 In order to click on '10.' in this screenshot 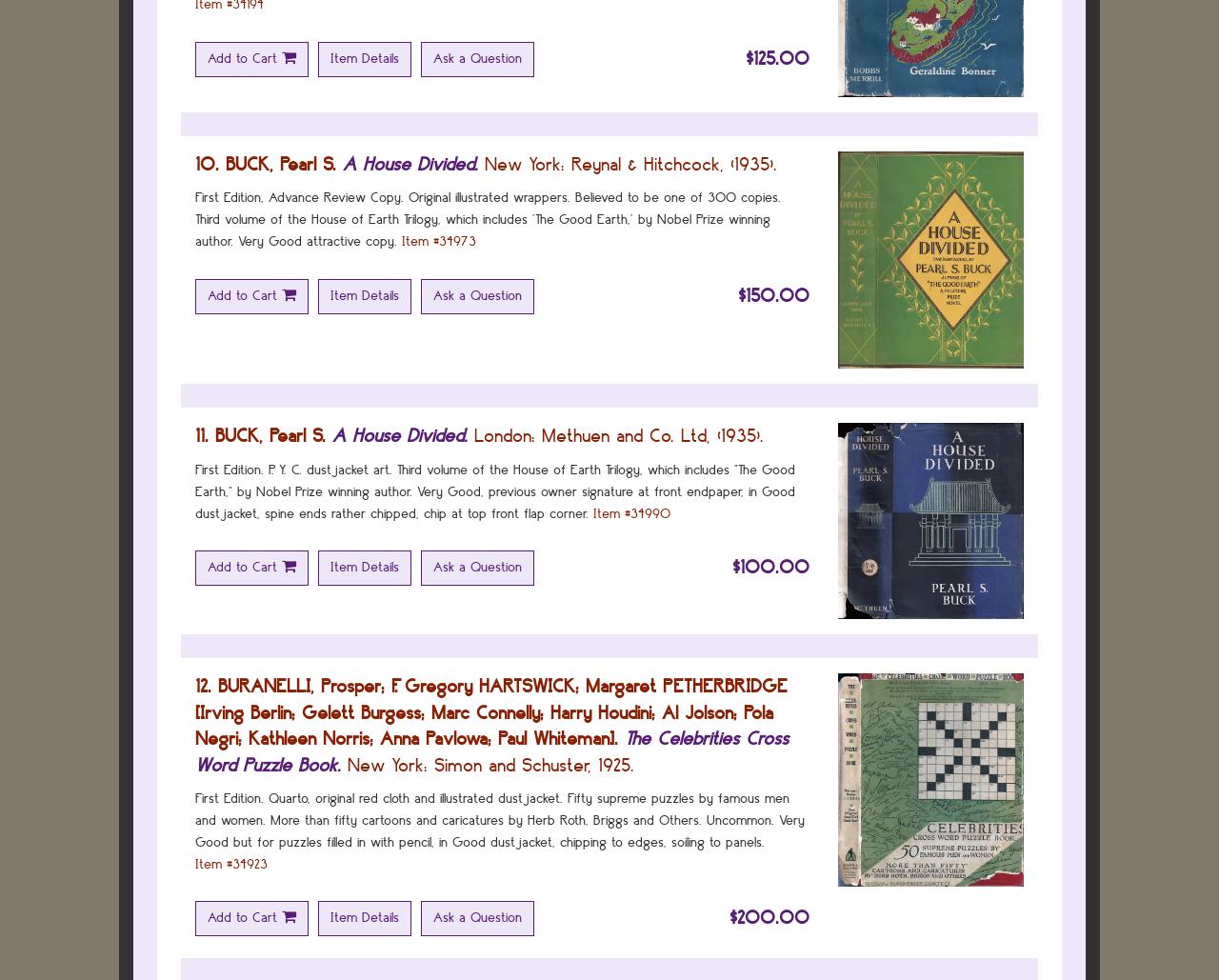, I will do `click(207, 163)`.